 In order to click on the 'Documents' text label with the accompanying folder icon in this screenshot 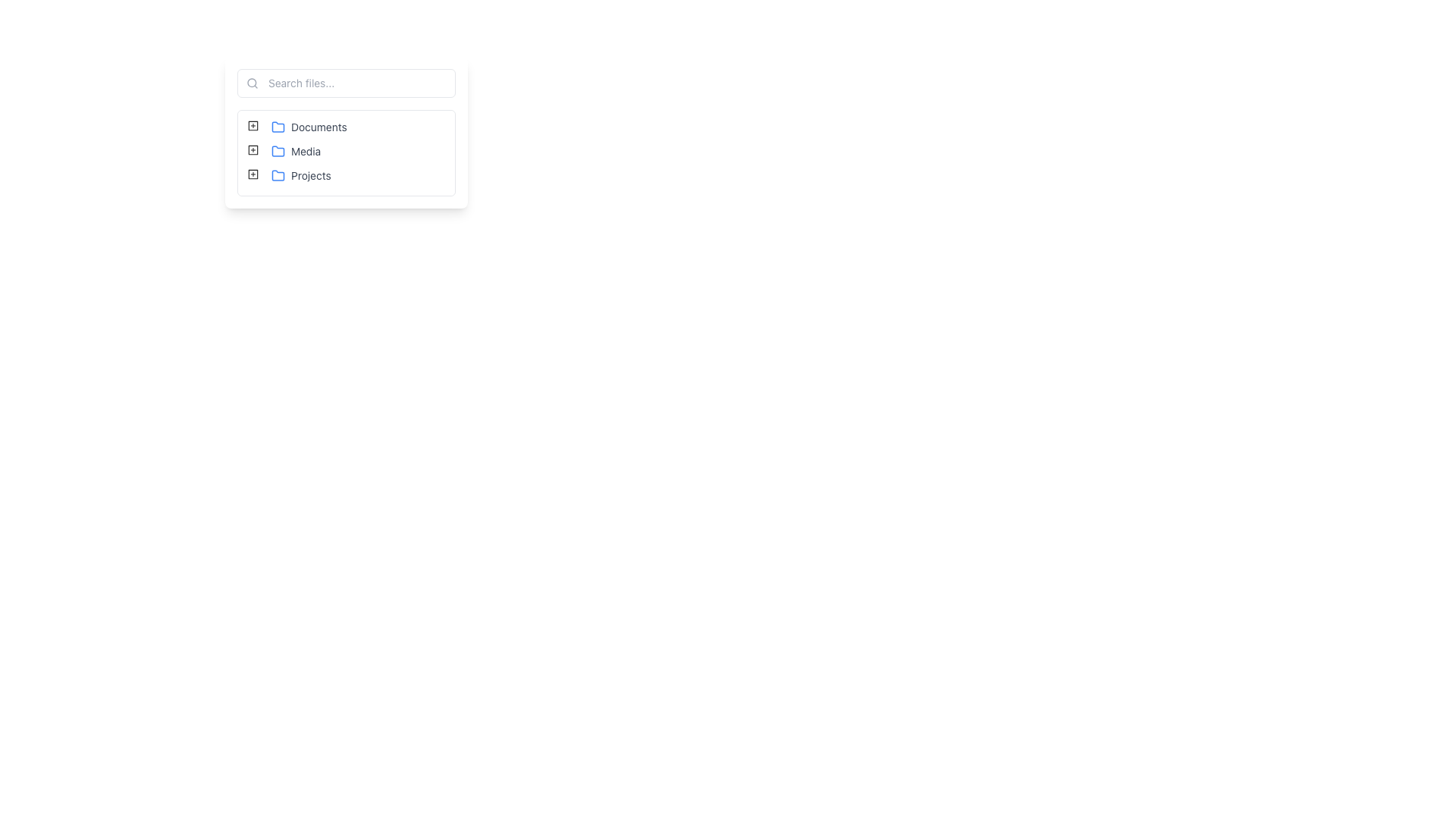, I will do `click(308, 127)`.